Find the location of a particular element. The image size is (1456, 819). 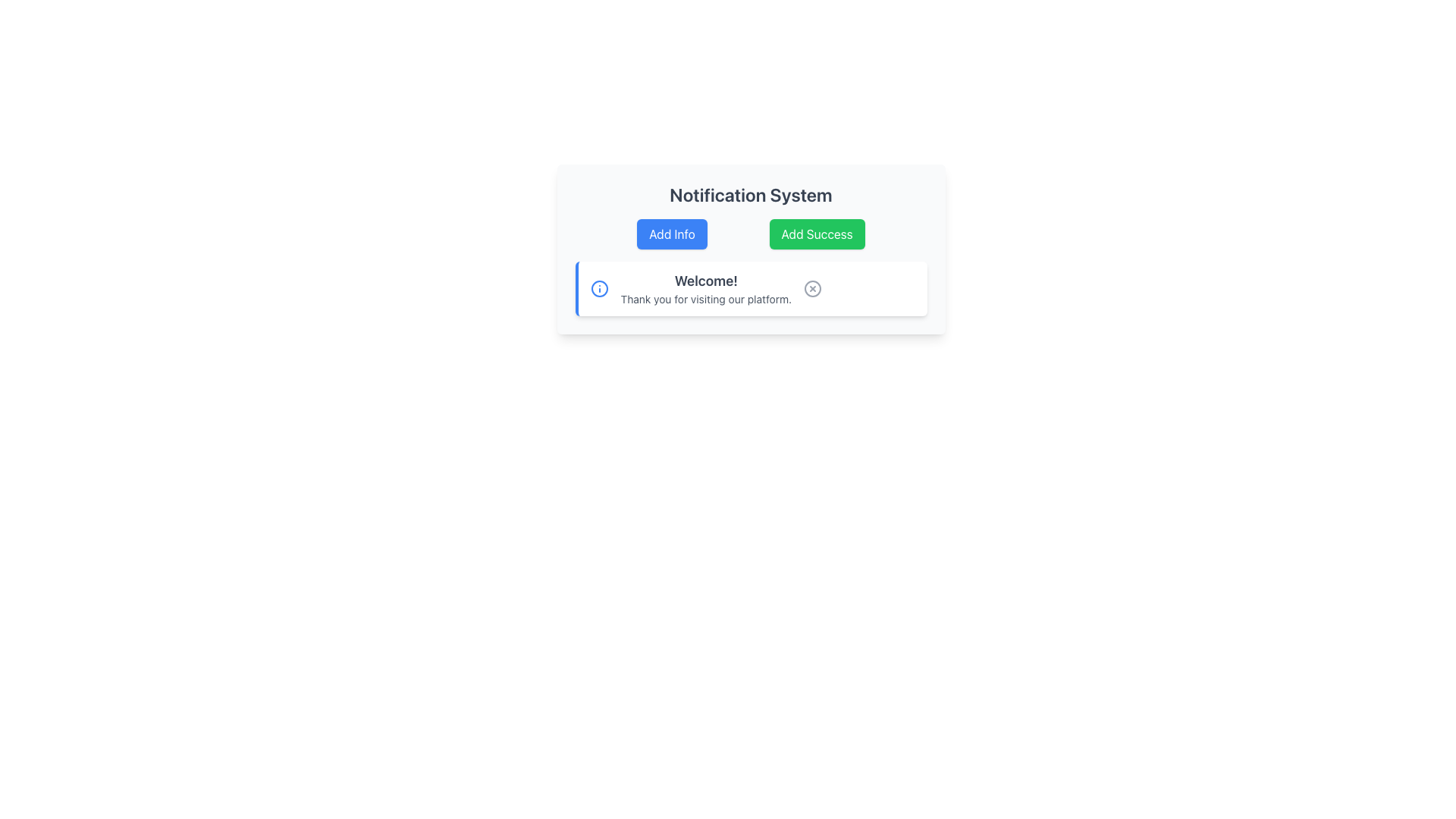

the static text element that reads 'Thank you for visiting our platform.', which is styled with a smaller gray font and located directly below the 'Welcome!' text in a white card interface is located at coordinates (705, 299).